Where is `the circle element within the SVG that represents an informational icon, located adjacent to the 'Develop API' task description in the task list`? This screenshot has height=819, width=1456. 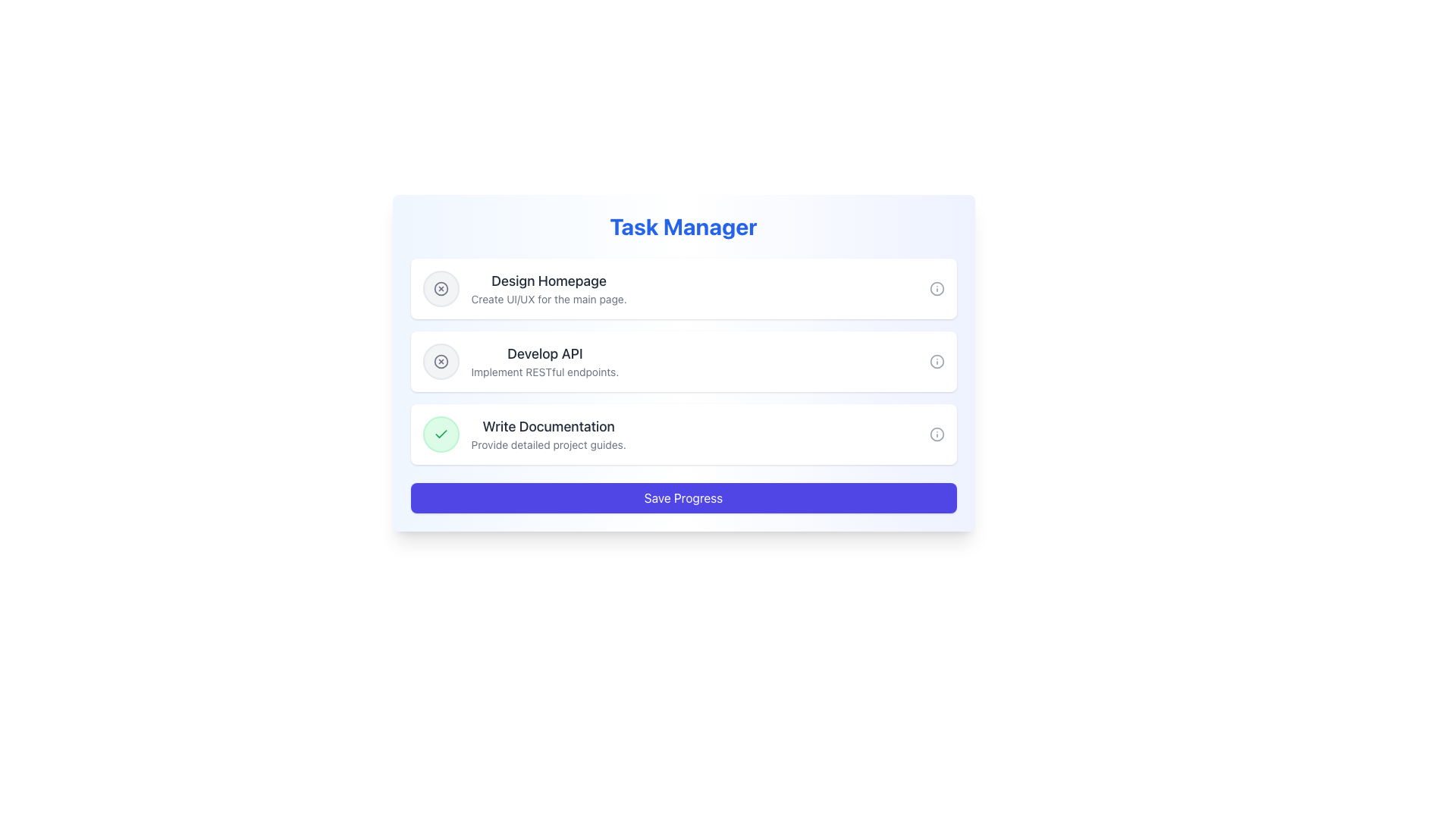
the circle element within the SVG that represents an informational icon, located adjacent to the 'Develop API' task description in the task list is located at coordinates (936, 362).